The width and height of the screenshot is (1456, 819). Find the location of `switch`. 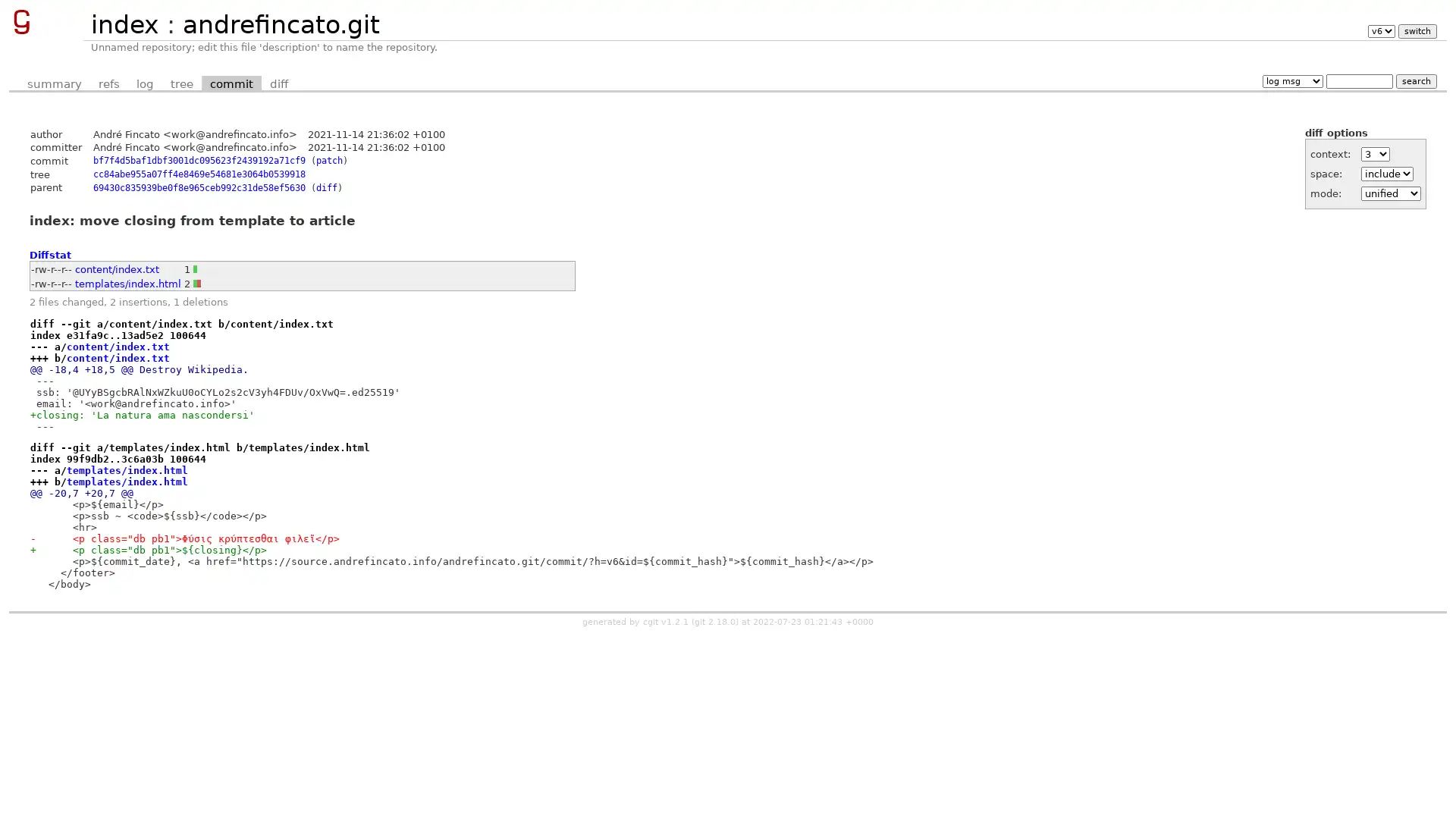

switch is located at coordinates (1416, 31).